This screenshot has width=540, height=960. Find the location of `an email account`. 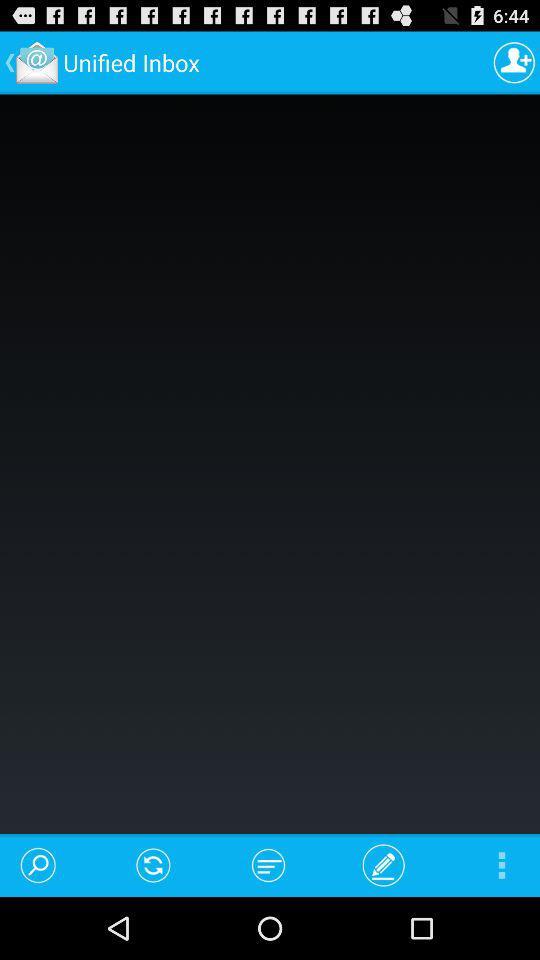

an email account is located at coordinates (514, 62).